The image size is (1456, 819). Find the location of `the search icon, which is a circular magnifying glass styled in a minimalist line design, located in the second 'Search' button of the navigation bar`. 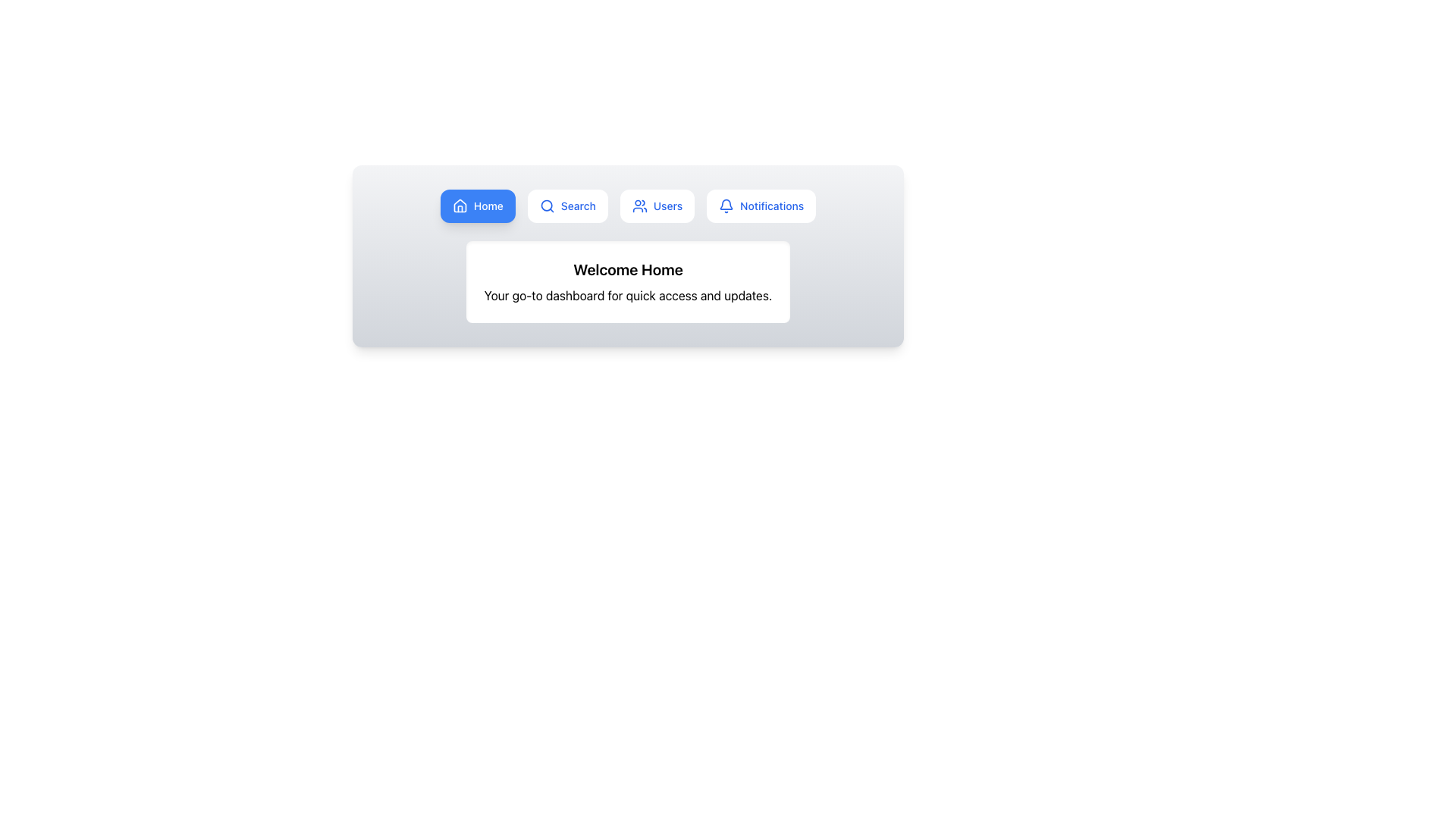

the search icon, which is a circular magnifying glass styled in a minimalist line design, located in the second 'Search' button of the navigation bar is located at coordinates (546, 206).